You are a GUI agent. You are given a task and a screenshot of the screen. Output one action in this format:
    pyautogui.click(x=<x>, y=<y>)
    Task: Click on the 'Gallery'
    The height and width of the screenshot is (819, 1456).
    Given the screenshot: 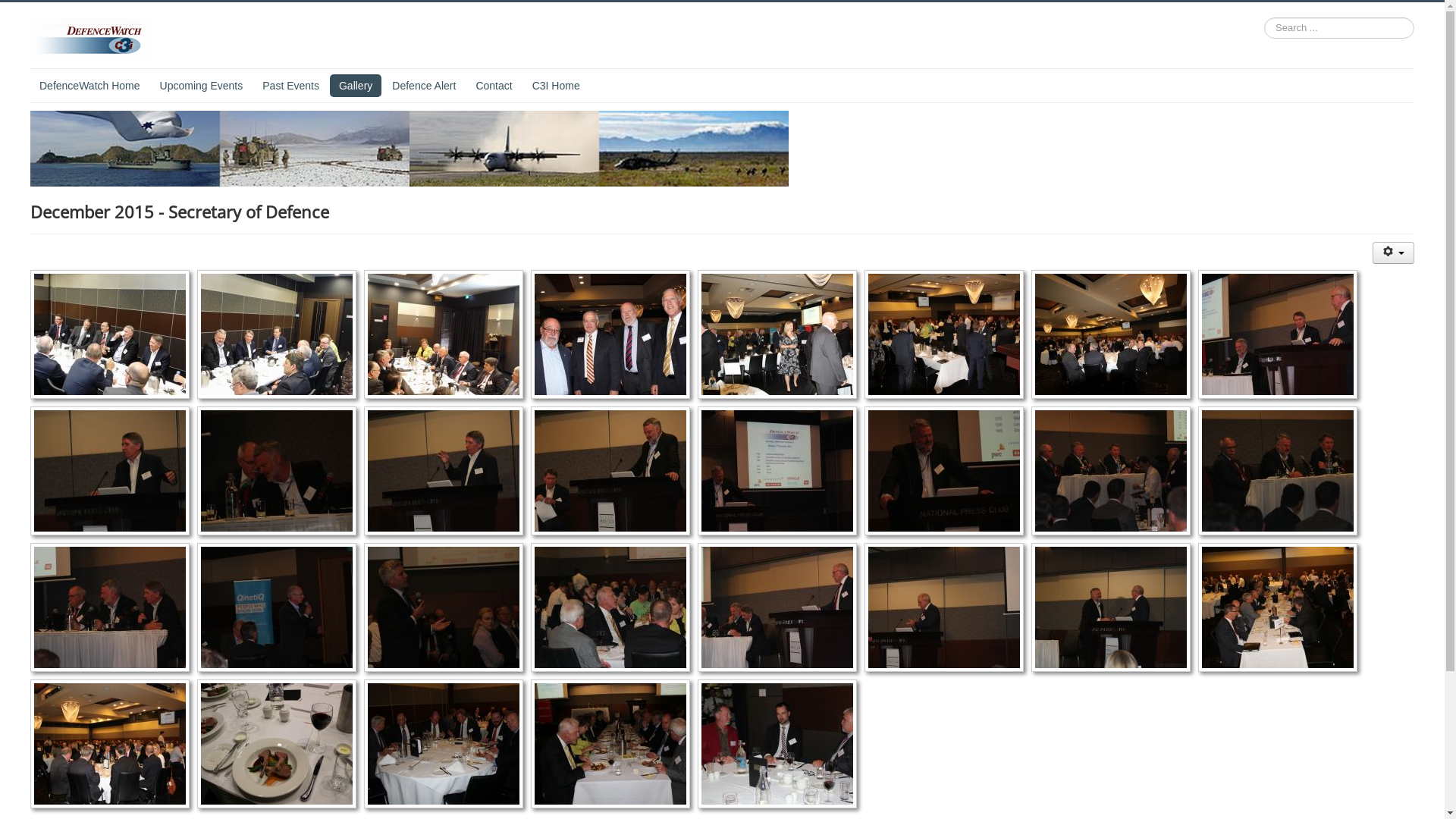 What is the action you would take?
    pyautogui.click(x=355, y=85)
    